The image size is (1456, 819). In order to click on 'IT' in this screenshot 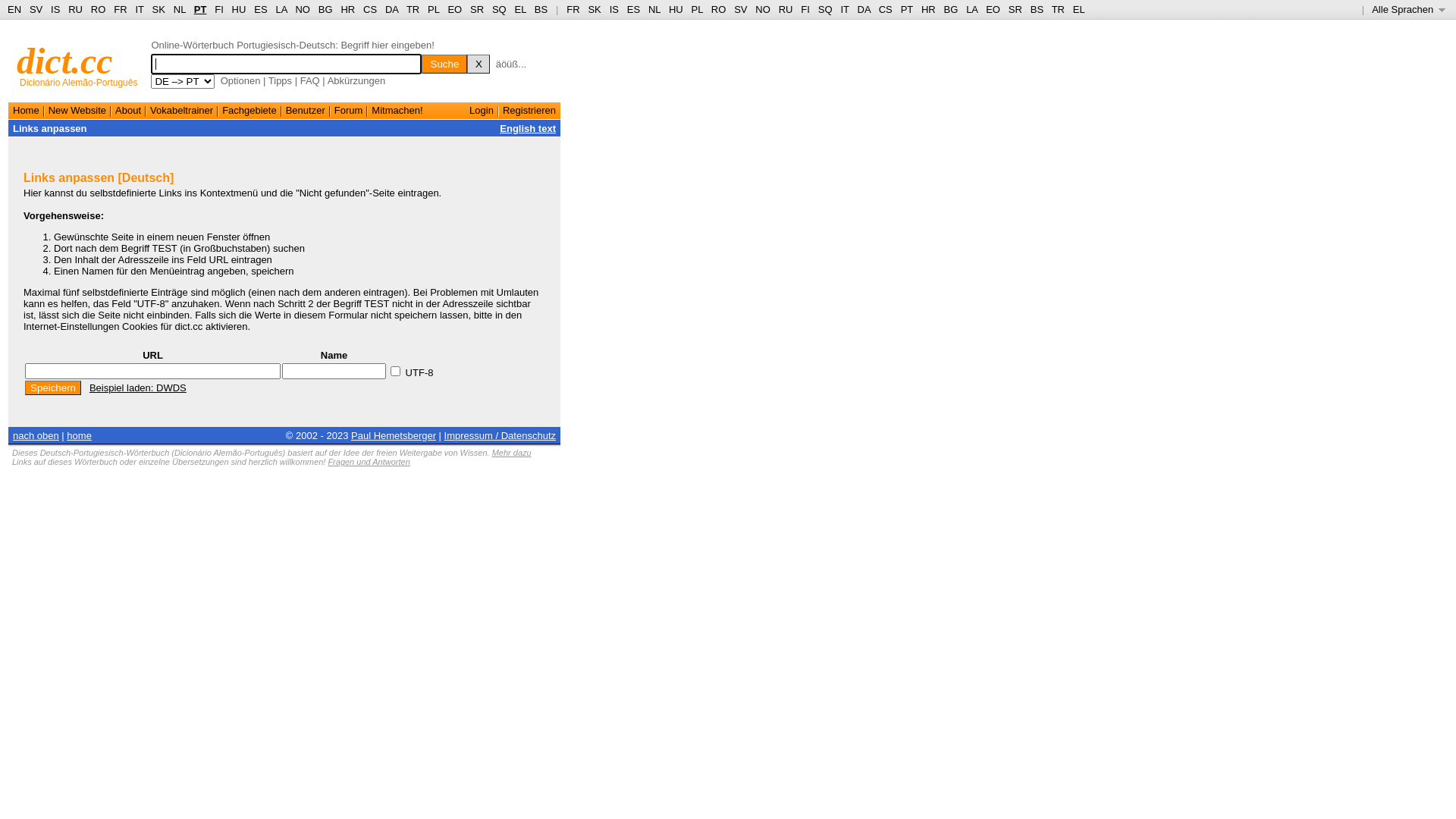, I will do `click(134, 9)`.